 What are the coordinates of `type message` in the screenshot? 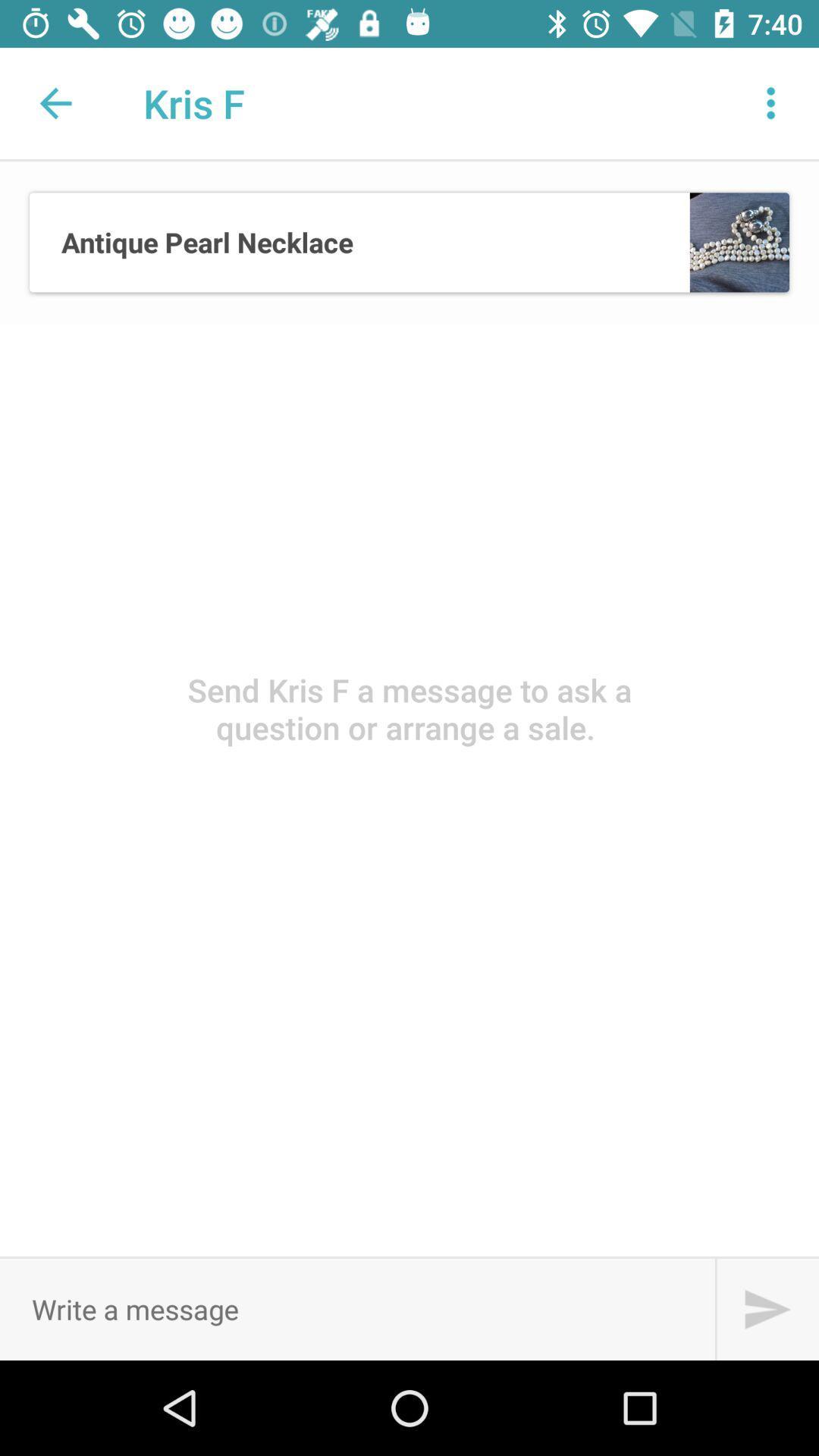 It's located at (357, 1308).